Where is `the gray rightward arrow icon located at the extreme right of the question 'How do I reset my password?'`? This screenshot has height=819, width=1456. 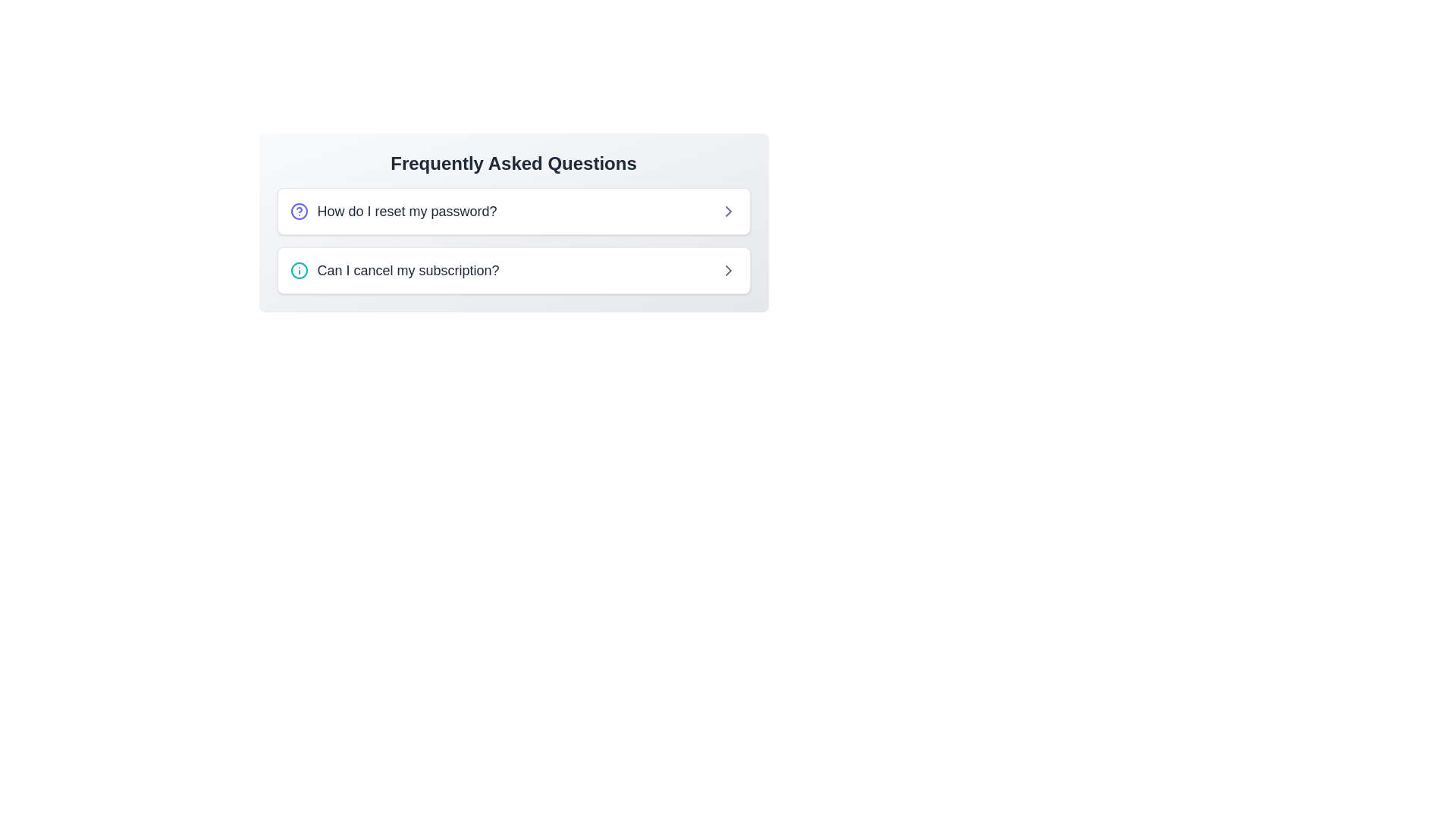 the gray rightward arrow icon located at the extreme right of the question 'How do I reset my password?' is located at coordinates (728, 211).